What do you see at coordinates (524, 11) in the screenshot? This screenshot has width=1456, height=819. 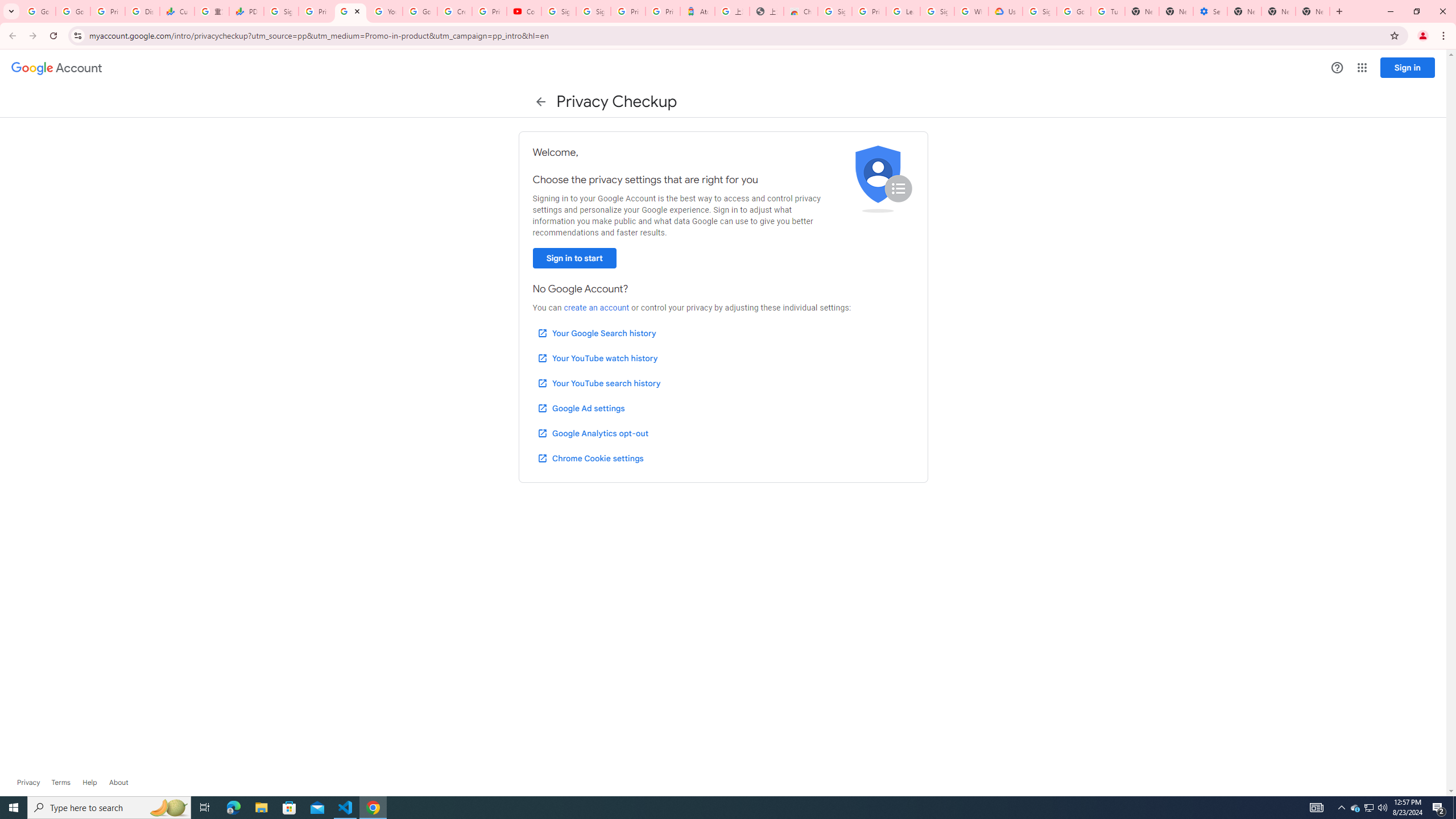 I see `'Content Creator Programs & Opportunities - YouTube Creators'` at bounding box center [524, 11].